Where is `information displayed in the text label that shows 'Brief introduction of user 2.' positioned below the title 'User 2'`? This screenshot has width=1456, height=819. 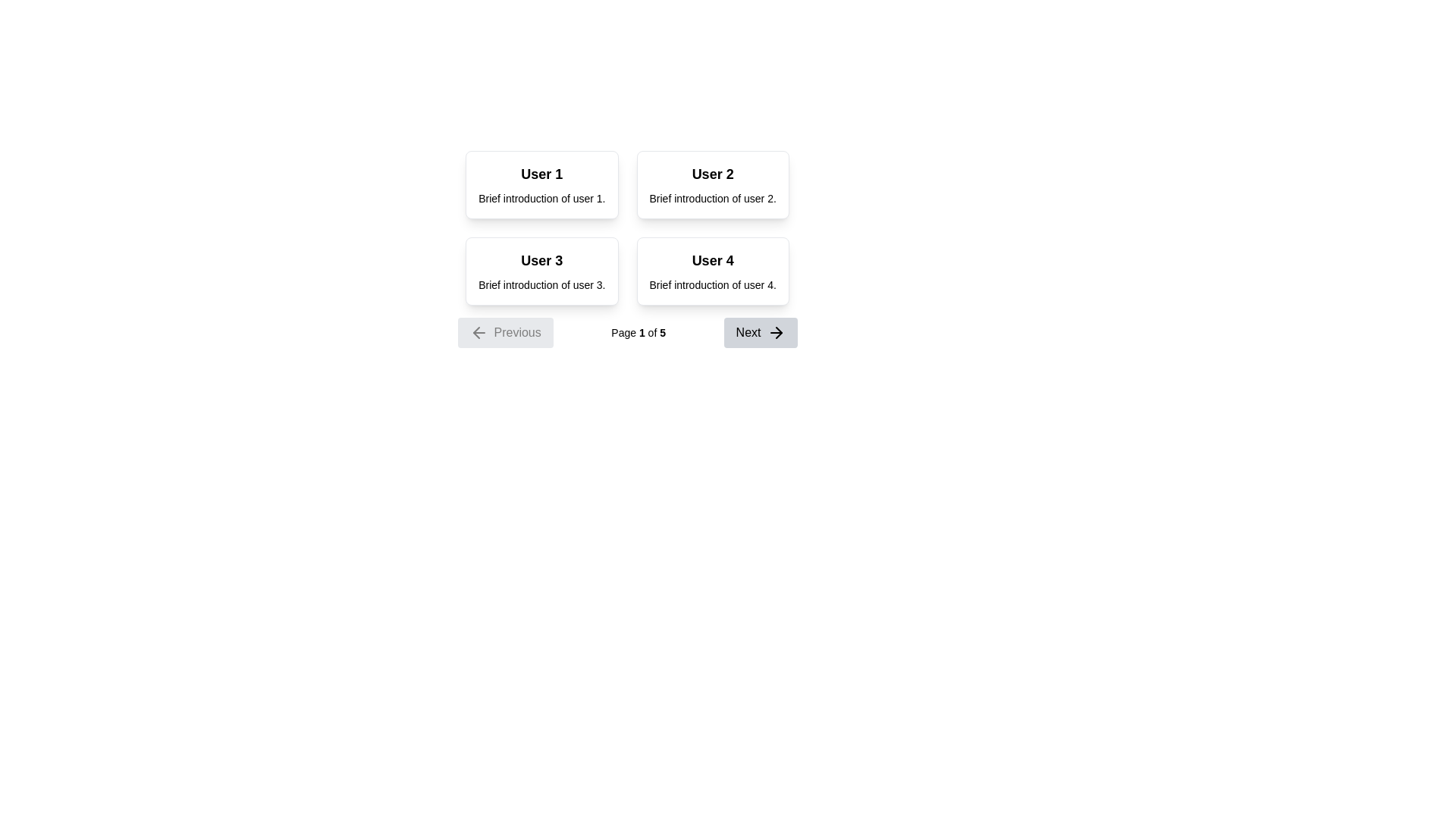 information displayed in the text label that shows 'Brief introduction of user 2.' positioned below the title 'User 2' is located at coordinates (712, 198).